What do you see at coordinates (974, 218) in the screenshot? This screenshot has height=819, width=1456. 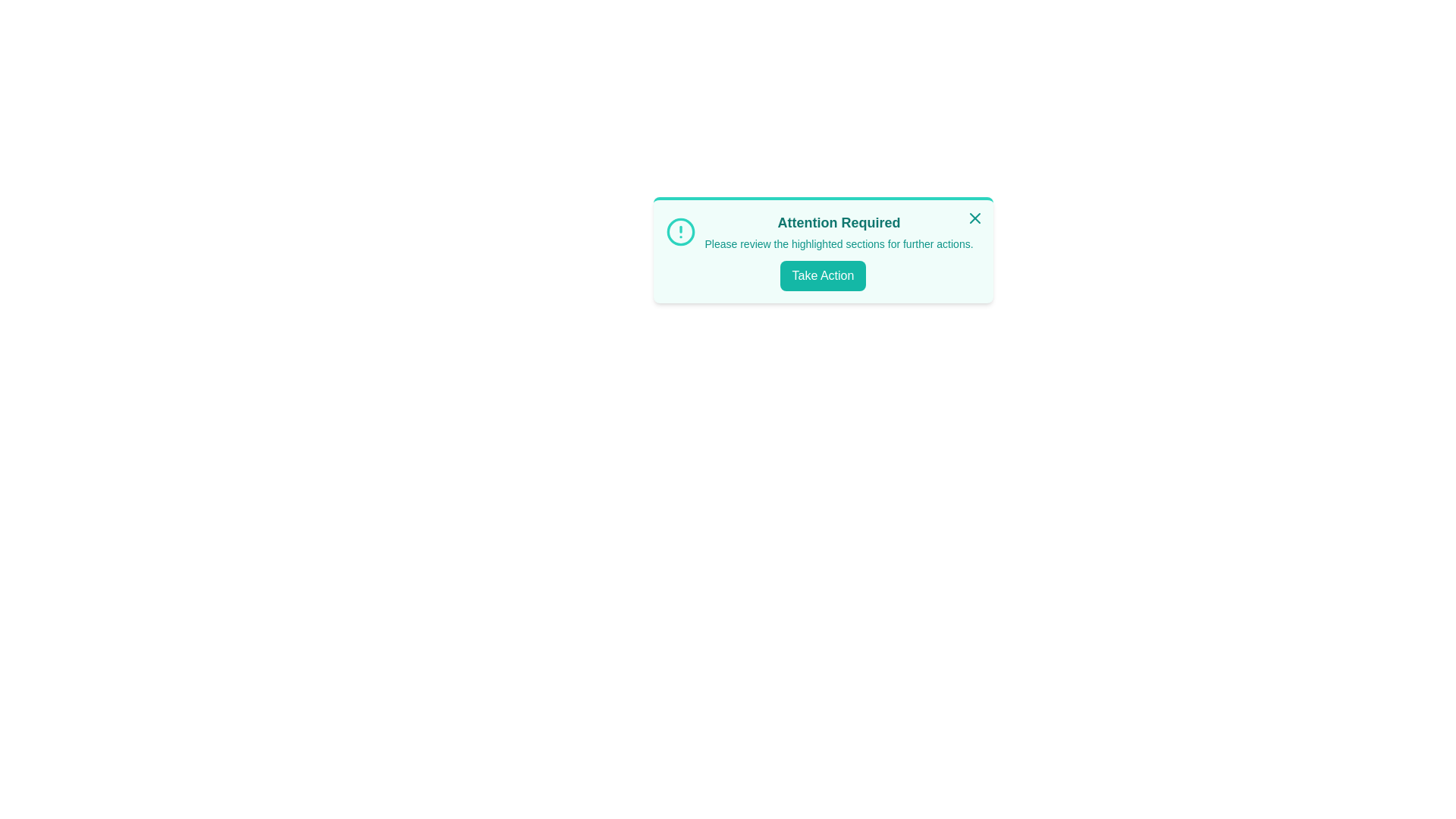 I see `the close icon to dismiss the alert` at bounding box center [974, 218].